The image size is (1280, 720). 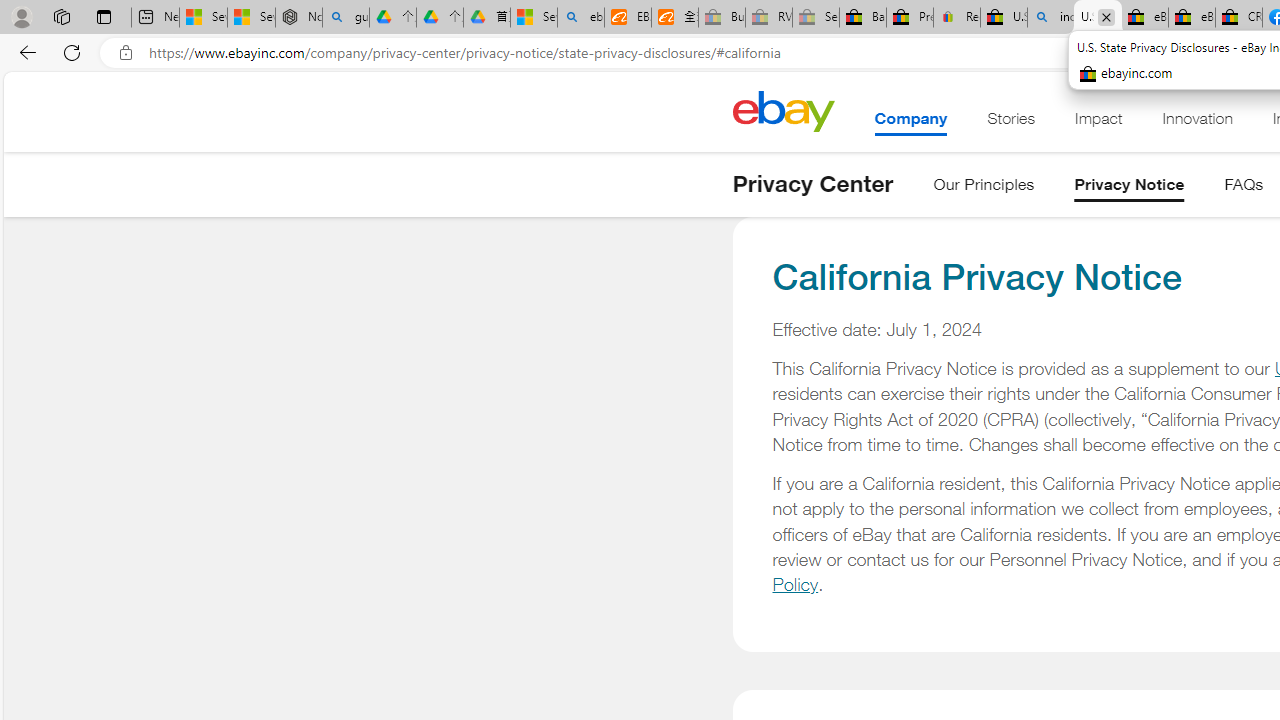 I want to click on 'Our Principles', so click(x=984, y=188).